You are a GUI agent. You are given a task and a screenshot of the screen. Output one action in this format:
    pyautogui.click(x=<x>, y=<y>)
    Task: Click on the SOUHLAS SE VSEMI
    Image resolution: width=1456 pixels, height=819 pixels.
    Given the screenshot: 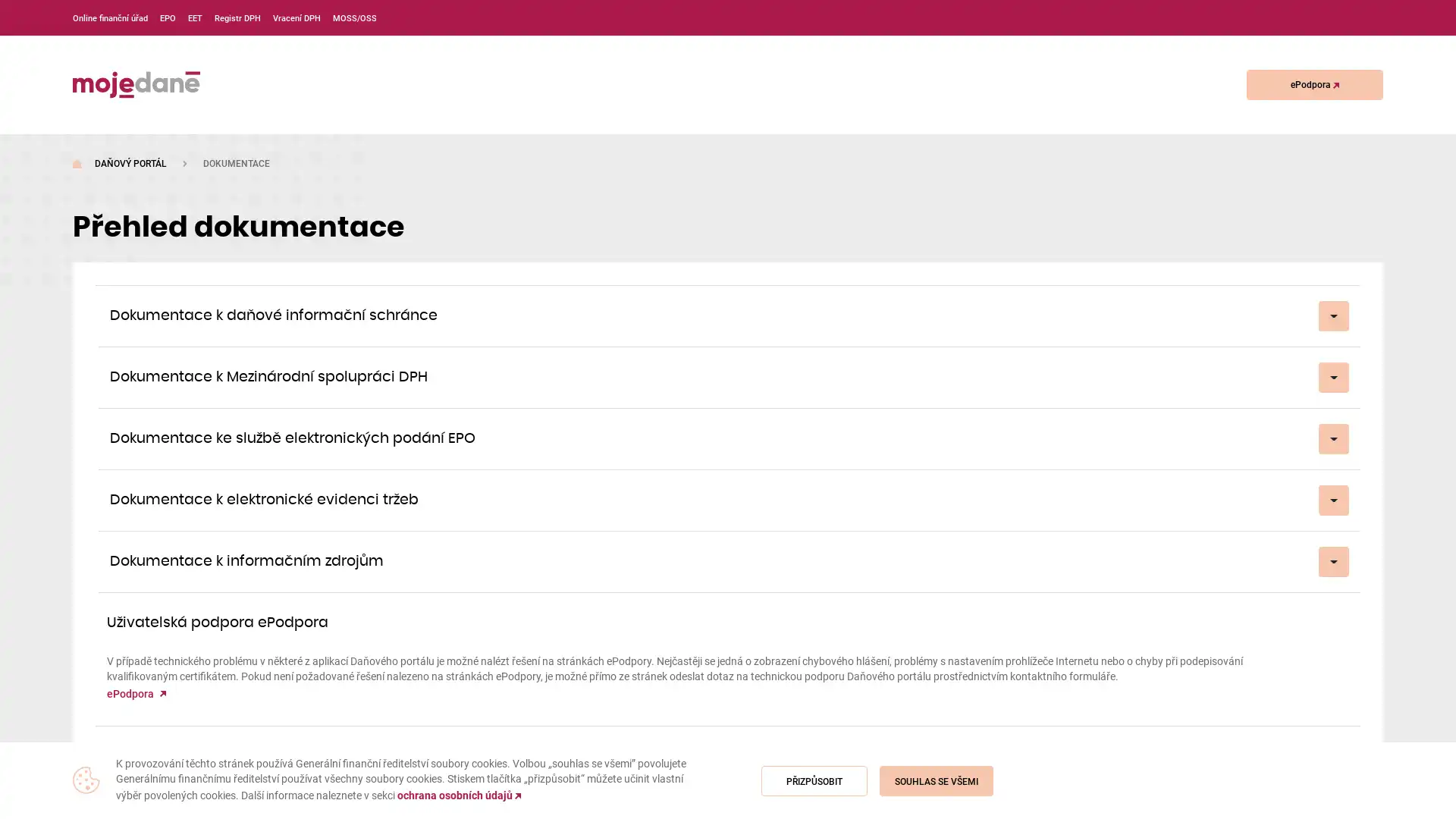 What is the action you would take?
    pyautogui.click(x=935, y=780)
    